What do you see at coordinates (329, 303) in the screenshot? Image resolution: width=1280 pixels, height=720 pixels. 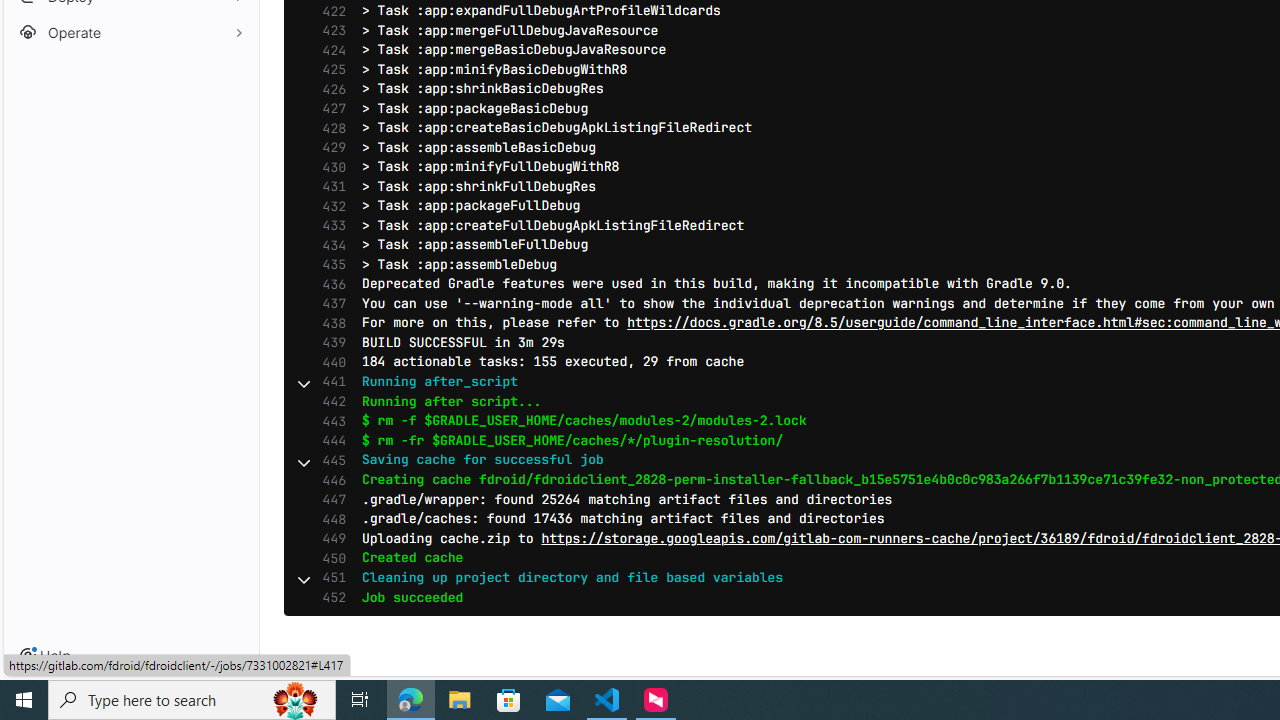 I see `'437'` at bounding box center [329, 303].